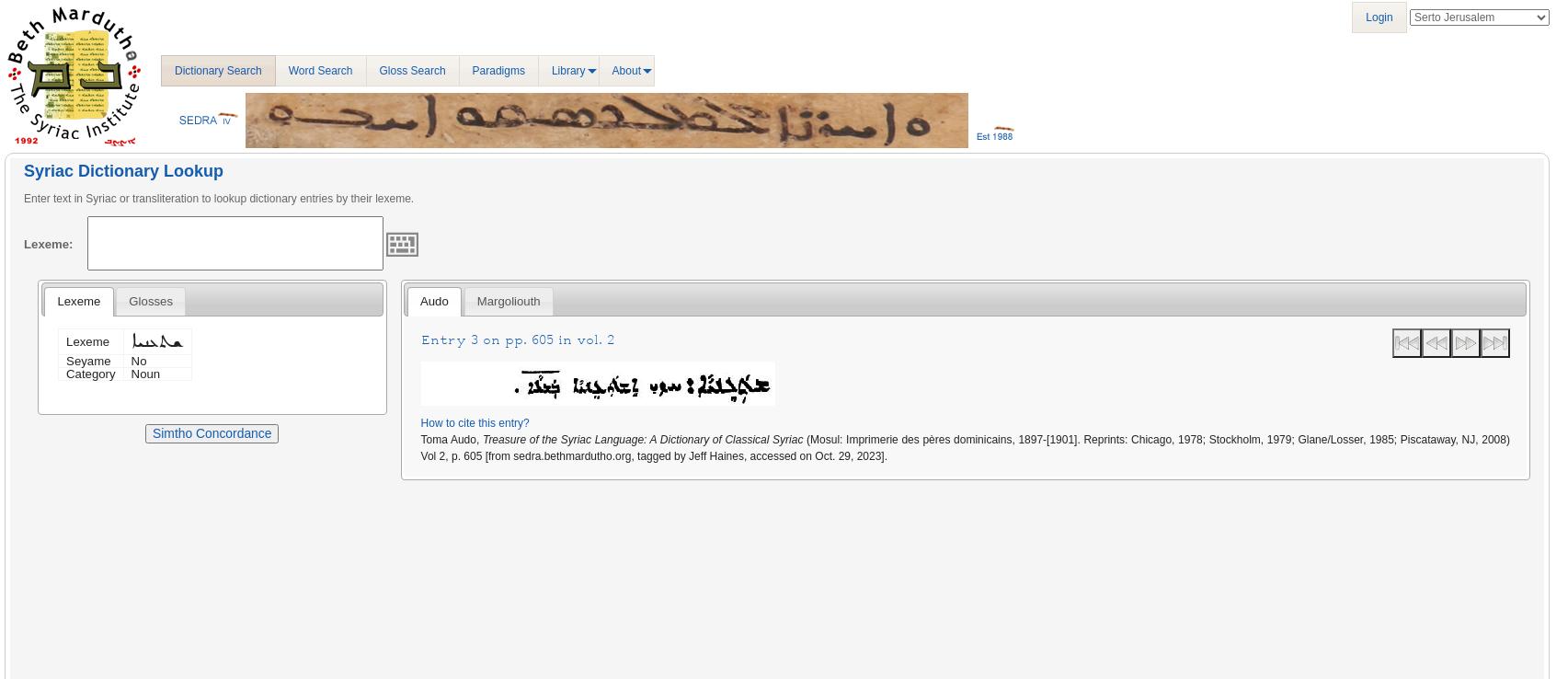  Describe the element at coordinates (123, 169) in the screenshot. I see `'Syriac Dictionary Lookup'` at that location.